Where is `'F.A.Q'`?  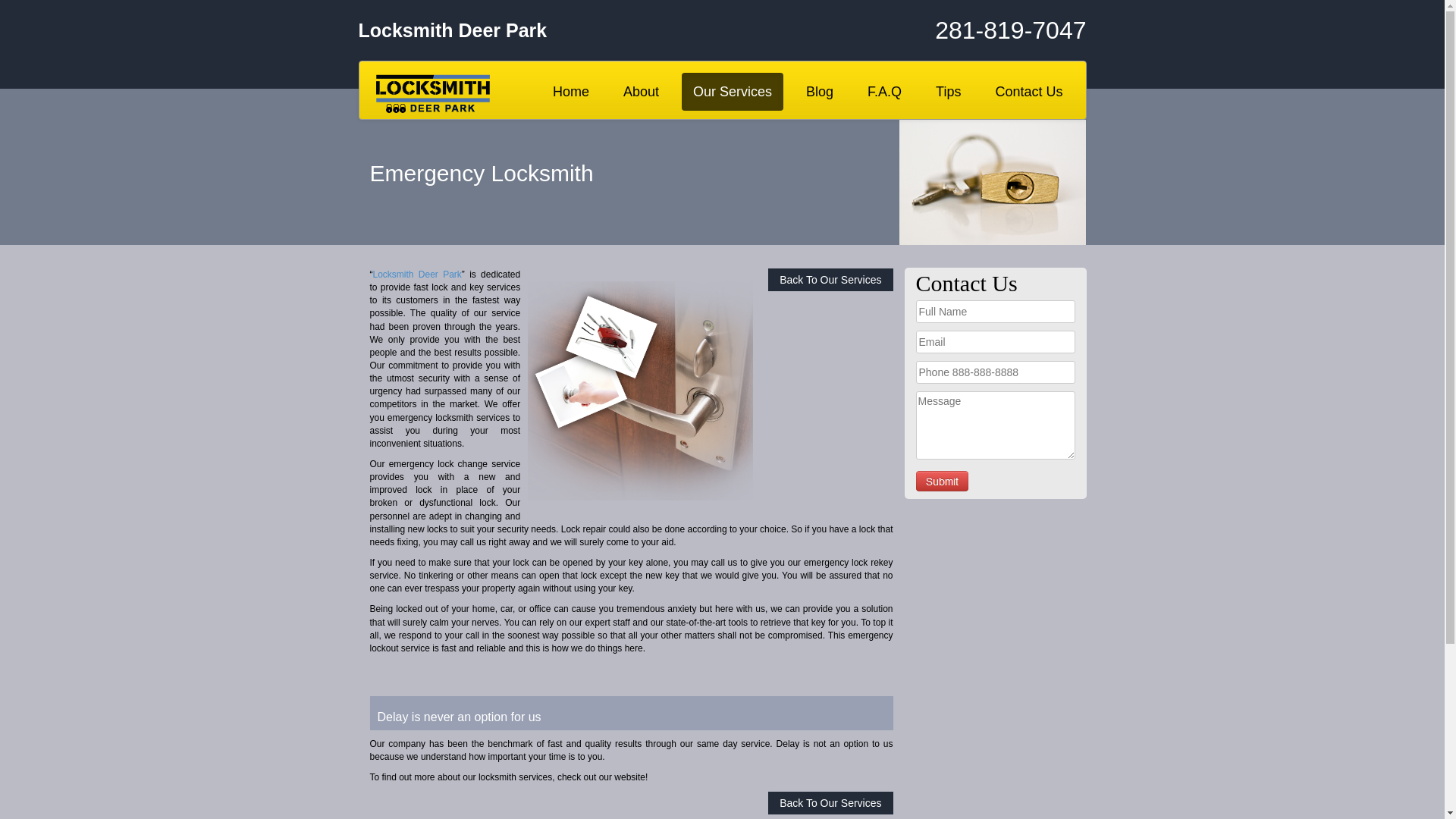
'F.A.Q' is located at coordinates (884, 91).